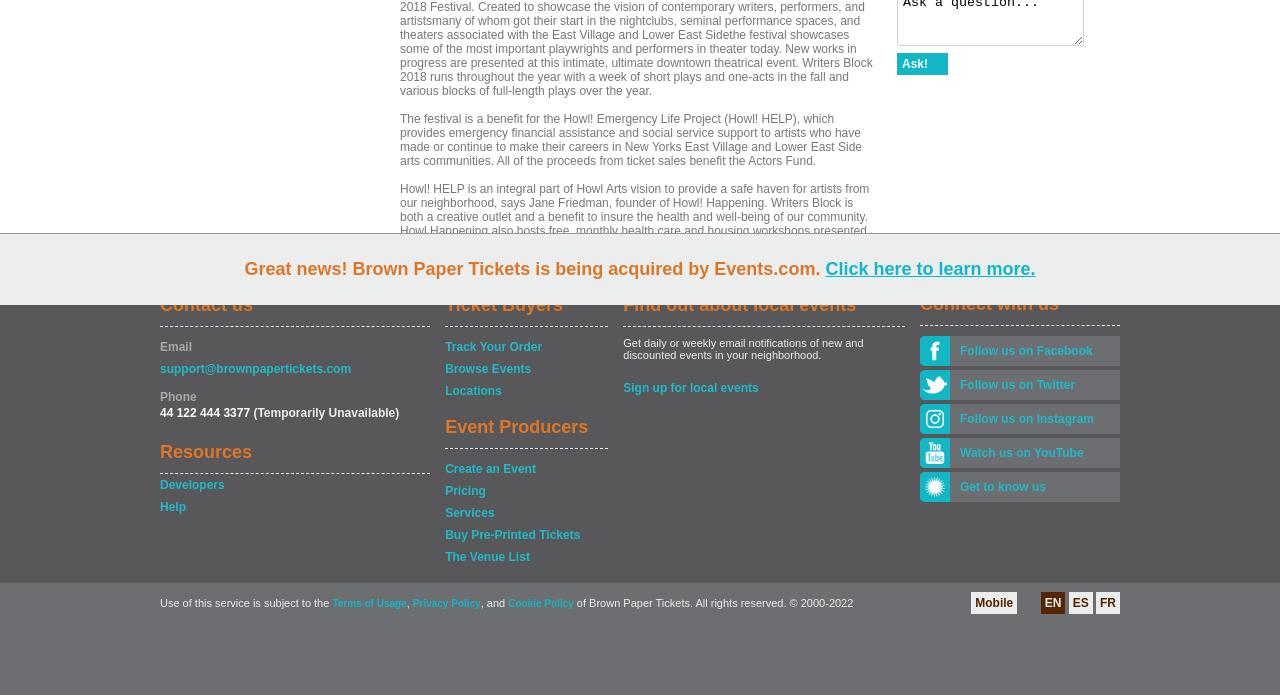  What do you see at coordinates (960, 453) in the screenshot?
I see `'Watch us on YouTube'` at bounding box center [960, 453].